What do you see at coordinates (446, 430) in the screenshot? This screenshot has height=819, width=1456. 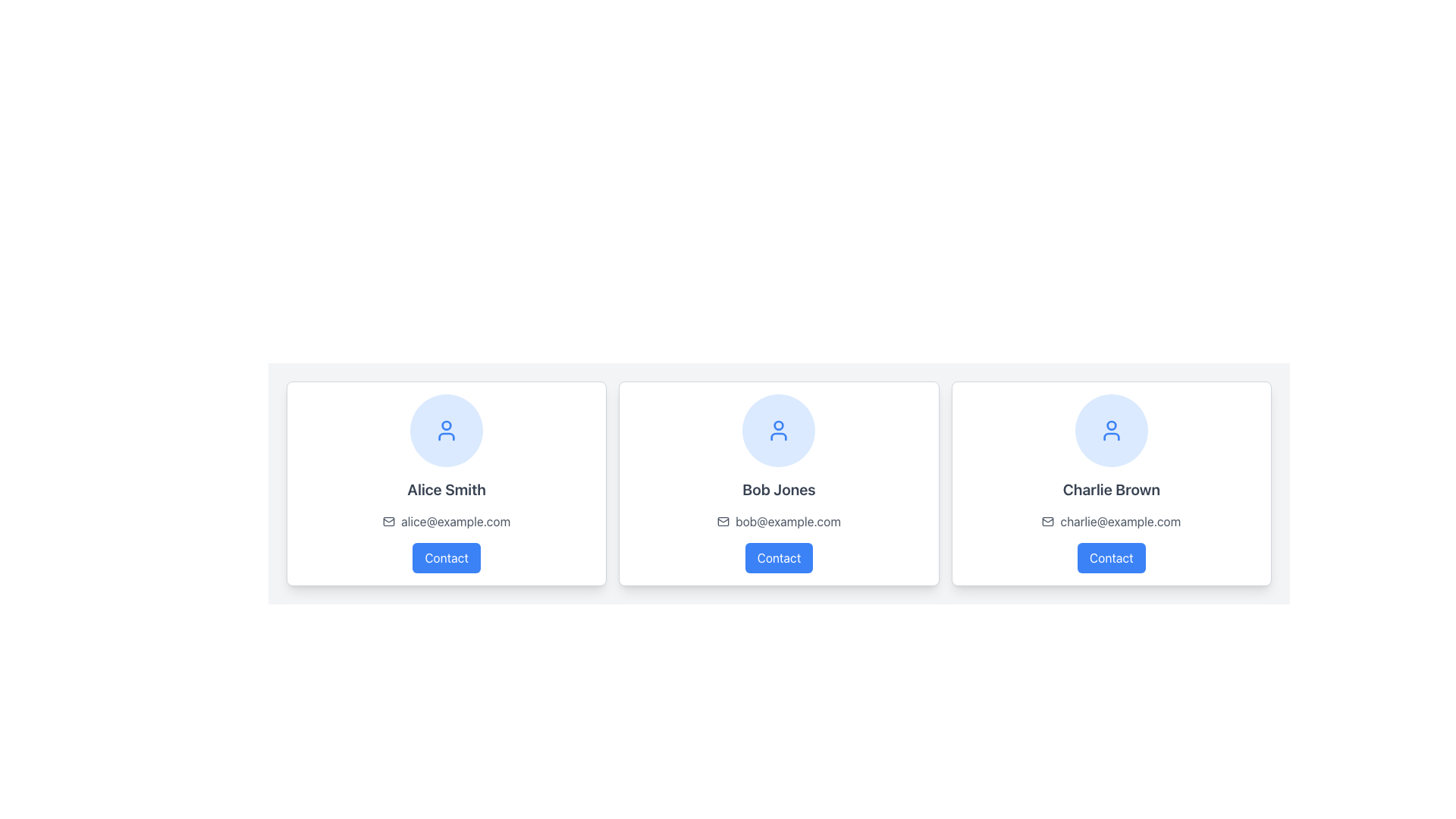 I see `the circular light blue icon with a user symbol for 'Alice Smith', positioned above the text elements` at bounding box center [446, 430].